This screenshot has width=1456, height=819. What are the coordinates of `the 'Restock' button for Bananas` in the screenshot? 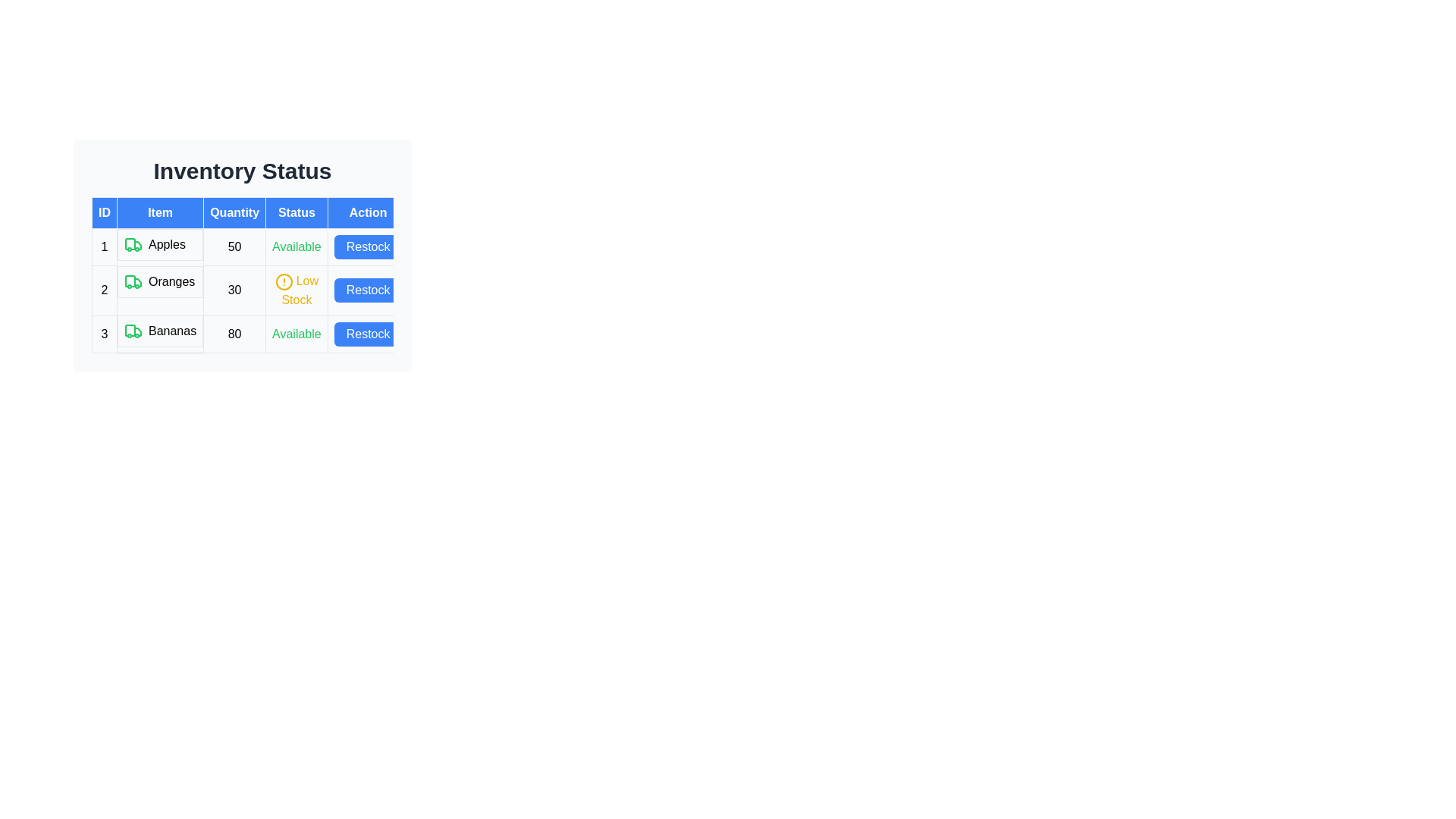 It's located at (368, 333).